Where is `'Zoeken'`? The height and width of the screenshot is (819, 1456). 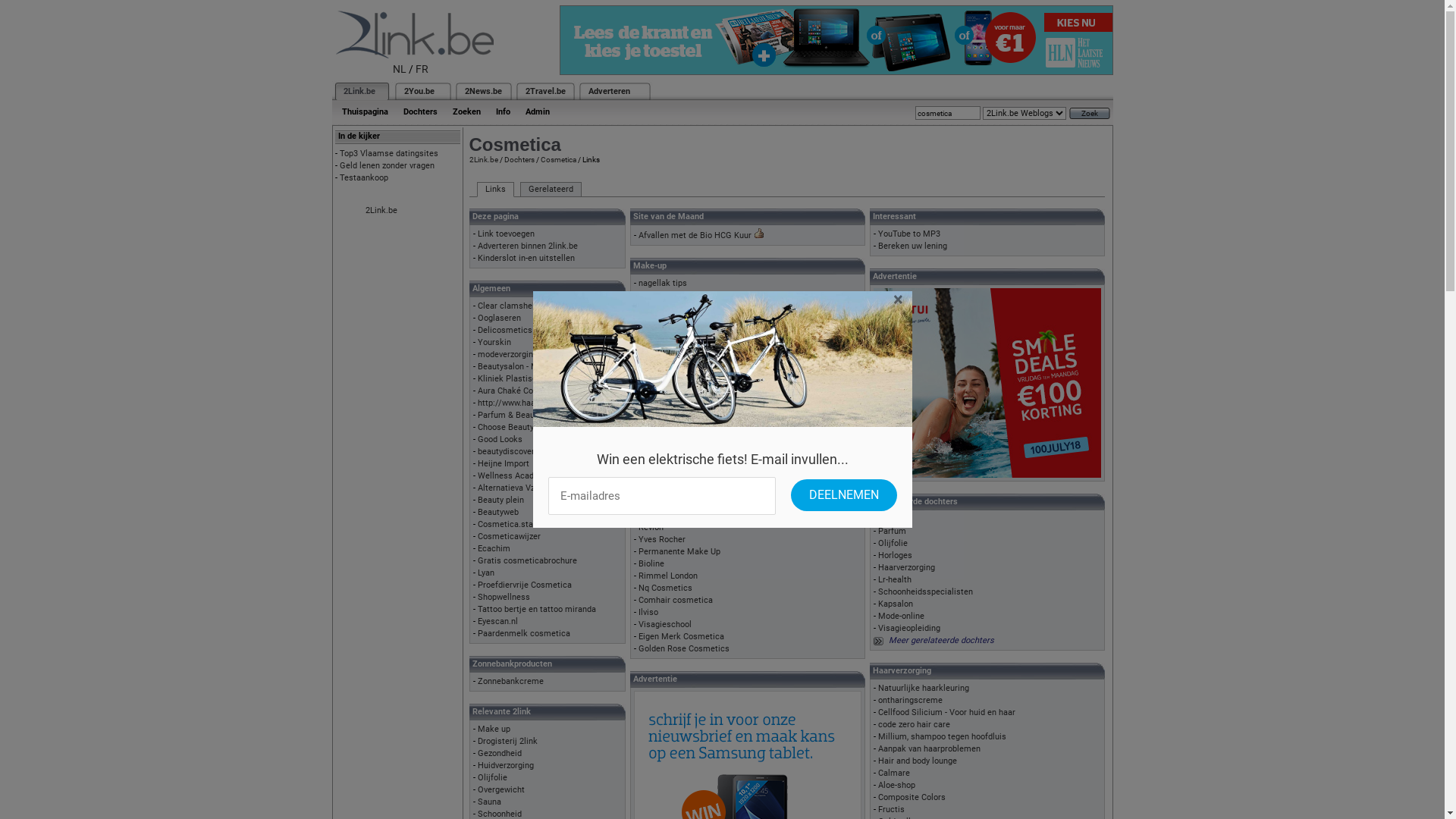 'Zoeken' is located at coordinates (465, 111).